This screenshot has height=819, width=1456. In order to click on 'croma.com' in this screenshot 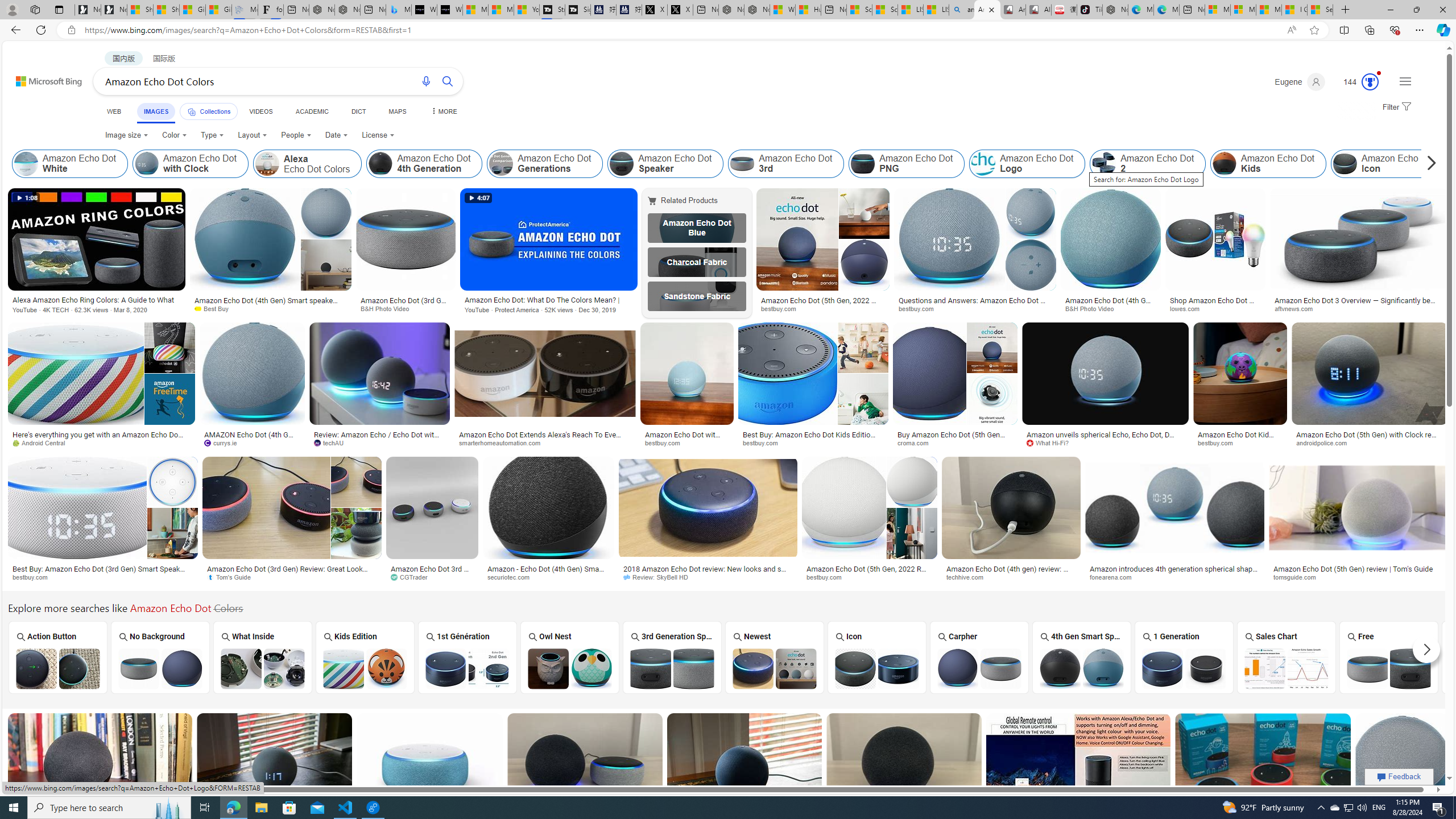, I will do `click(955, 442)`.